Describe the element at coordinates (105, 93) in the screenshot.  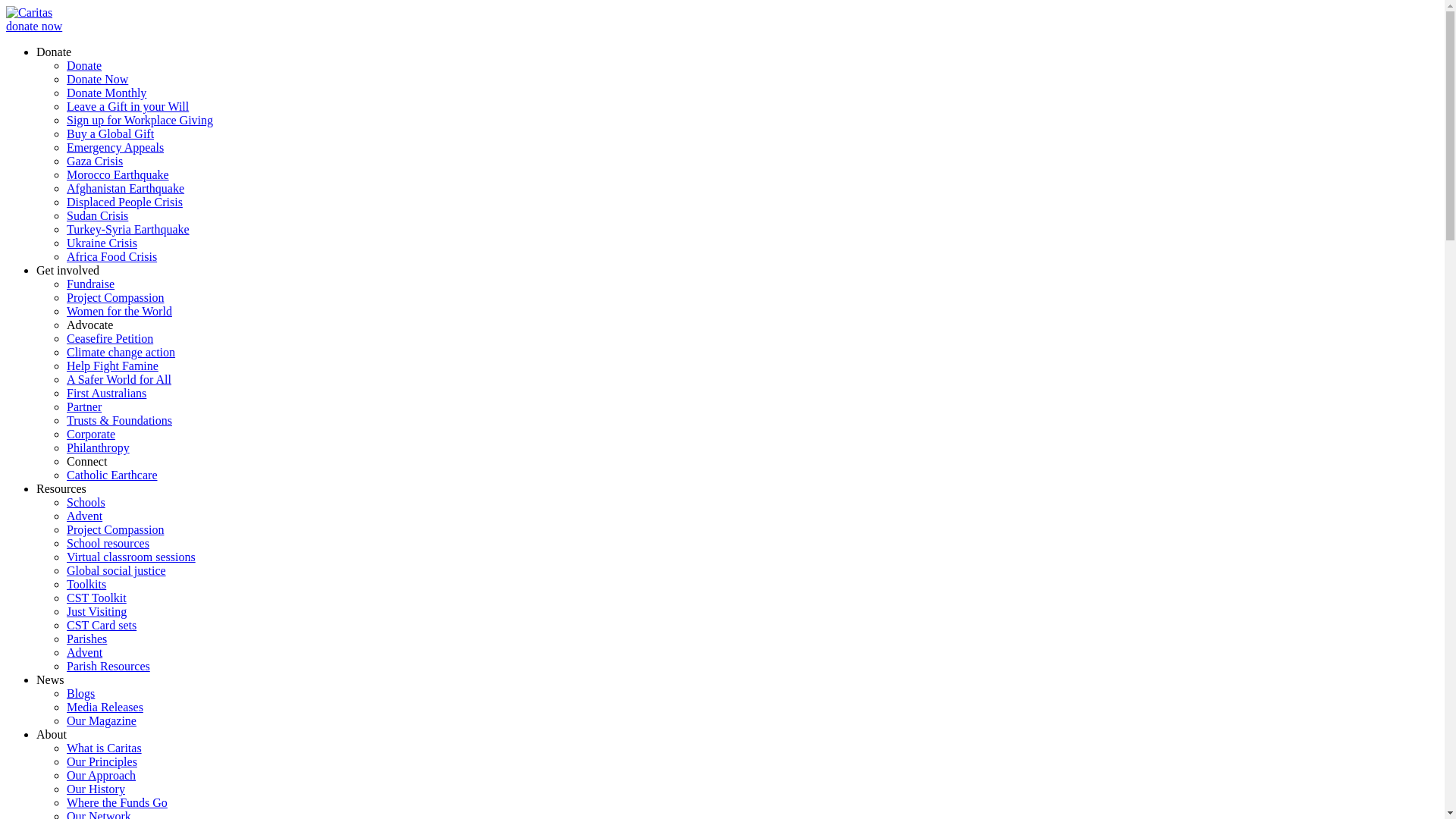
I see `'Donate Monthly'` at that location.